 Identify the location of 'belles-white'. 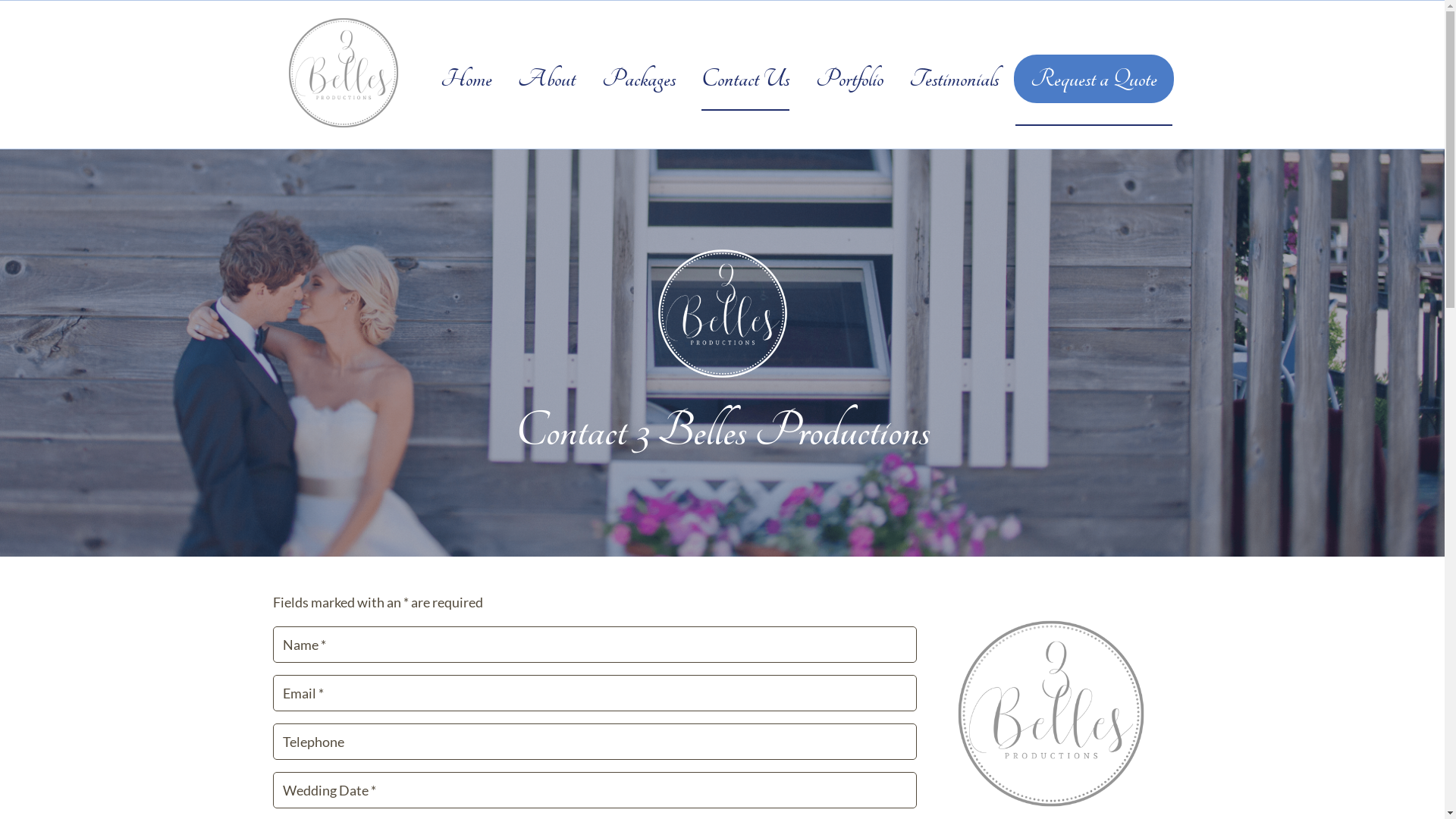
(722, 312).